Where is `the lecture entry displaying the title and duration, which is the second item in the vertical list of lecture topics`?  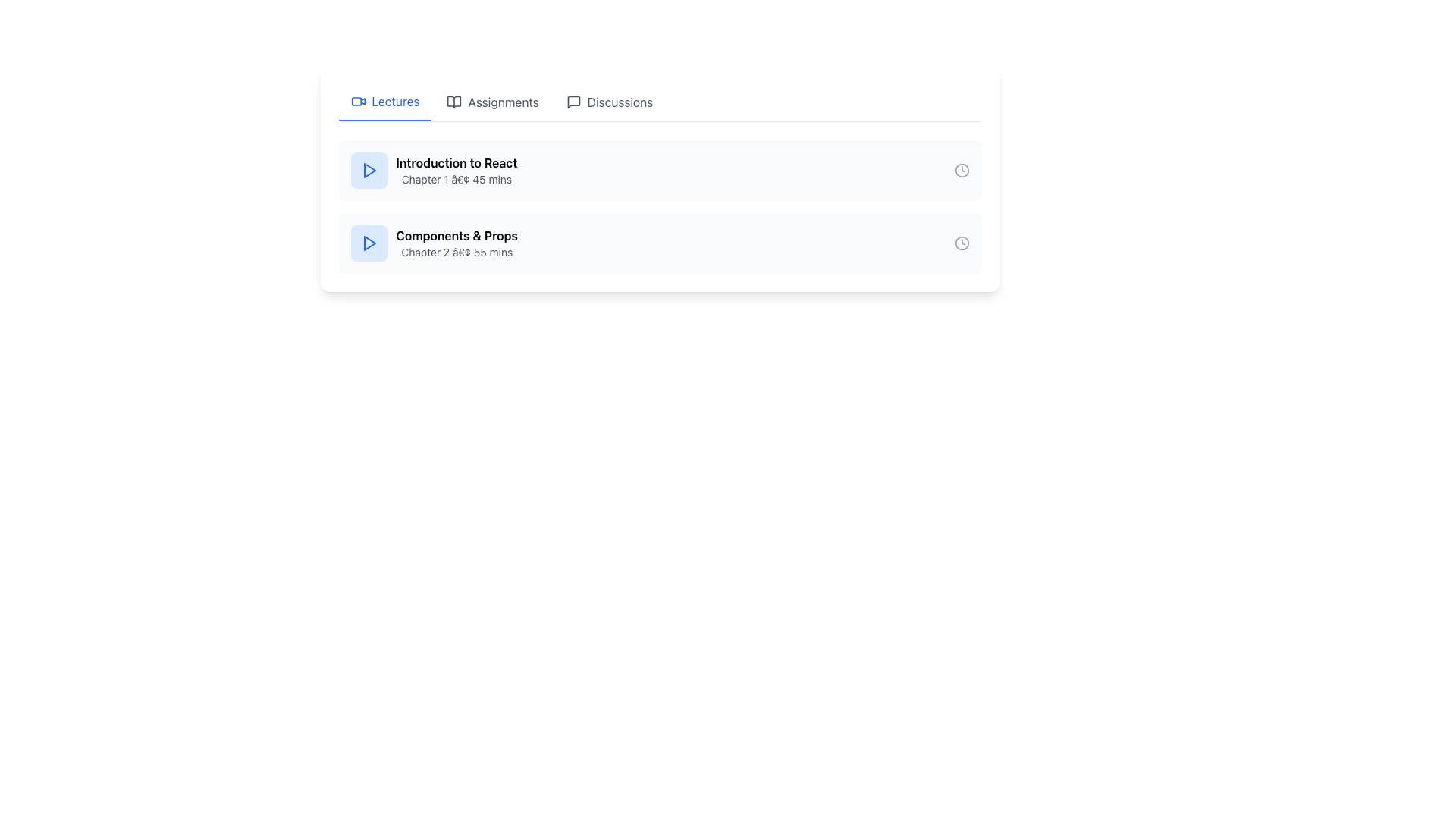
the lecture entry displaying the title and duration, which is the second item in the vertical list of lecture topics is located at coordinates (456, 242).